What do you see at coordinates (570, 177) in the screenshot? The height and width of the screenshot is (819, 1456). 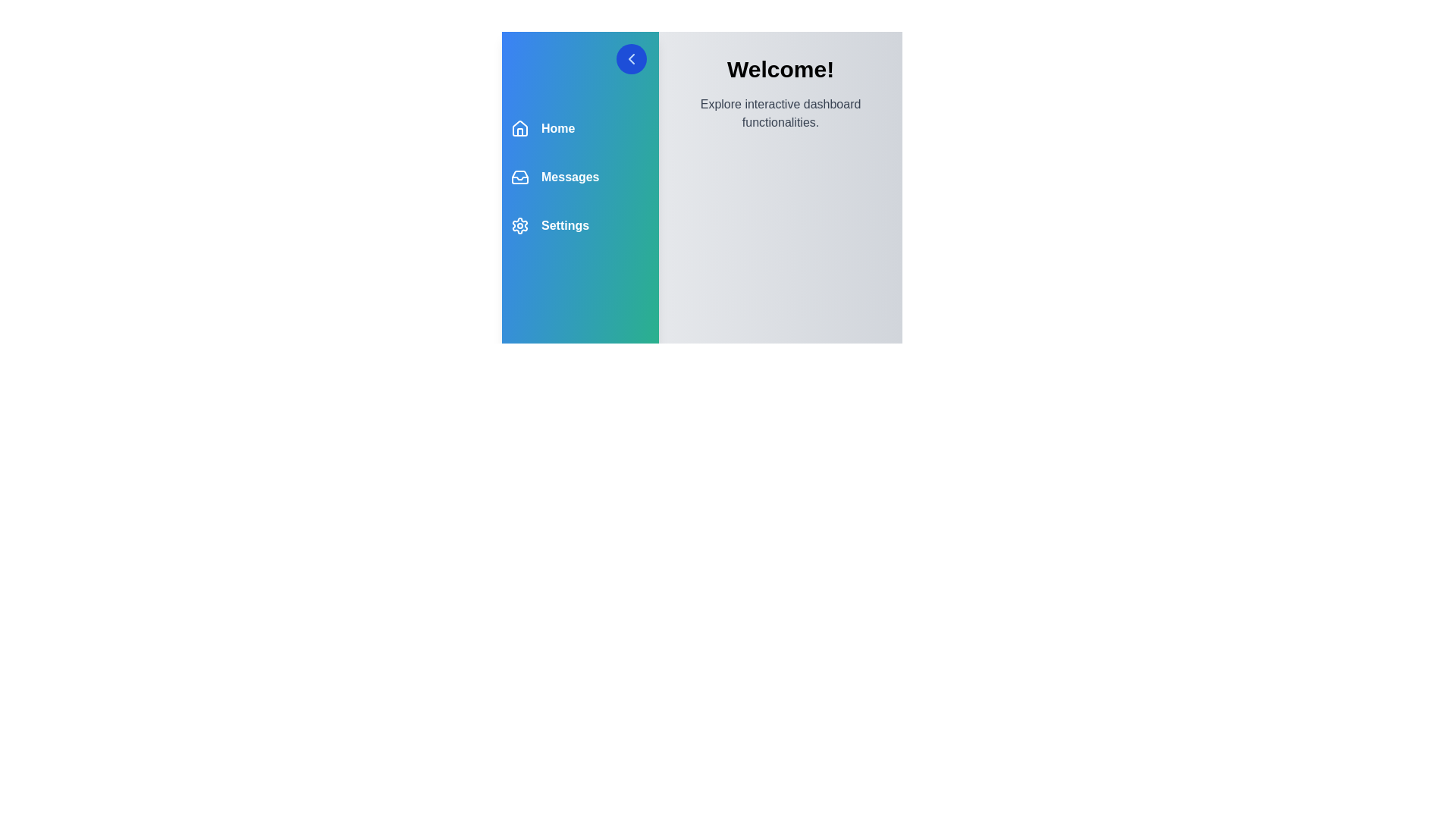 I see `'Messages' navigation label located in the vertical sidebar, which is the second item in the menu list, positioned beneath 'Home' and above 'Settings'` at bounding box center [570, 177].